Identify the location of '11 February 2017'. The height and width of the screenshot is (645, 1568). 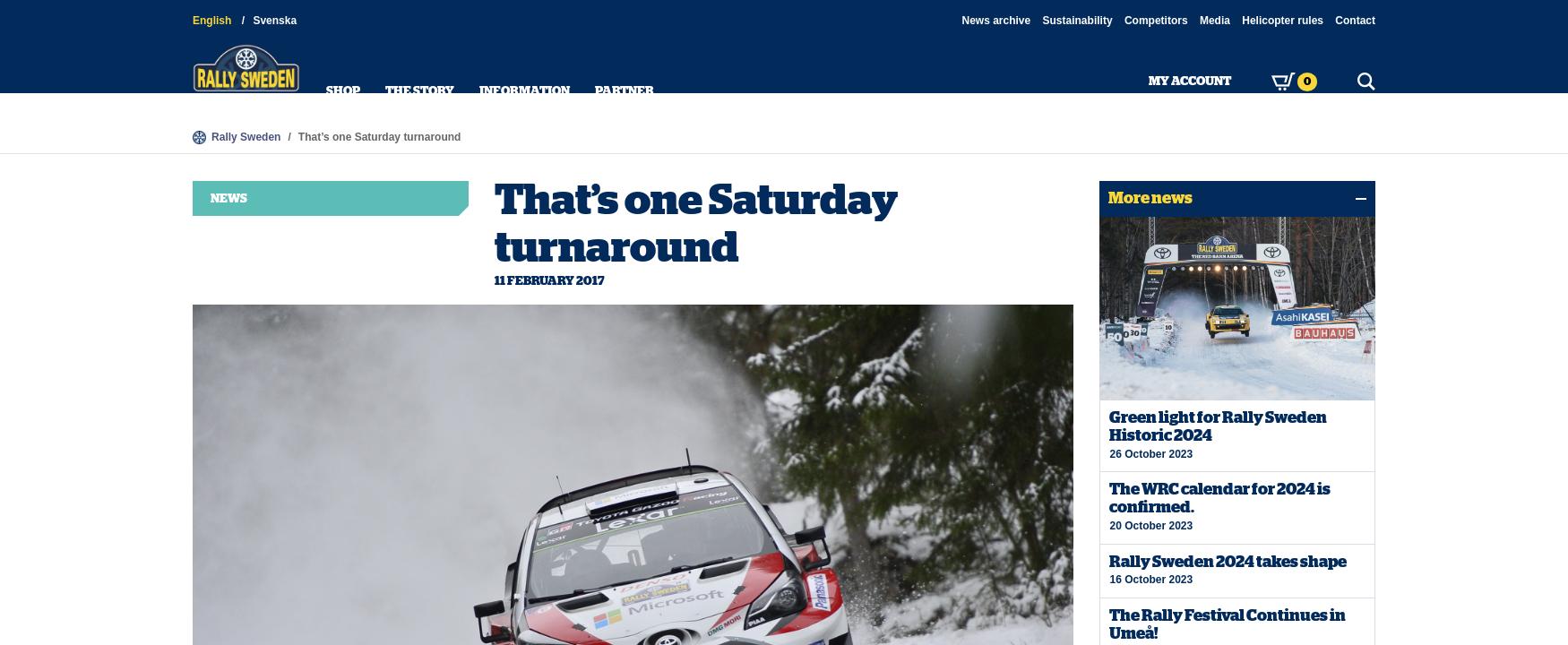
(548, 279).